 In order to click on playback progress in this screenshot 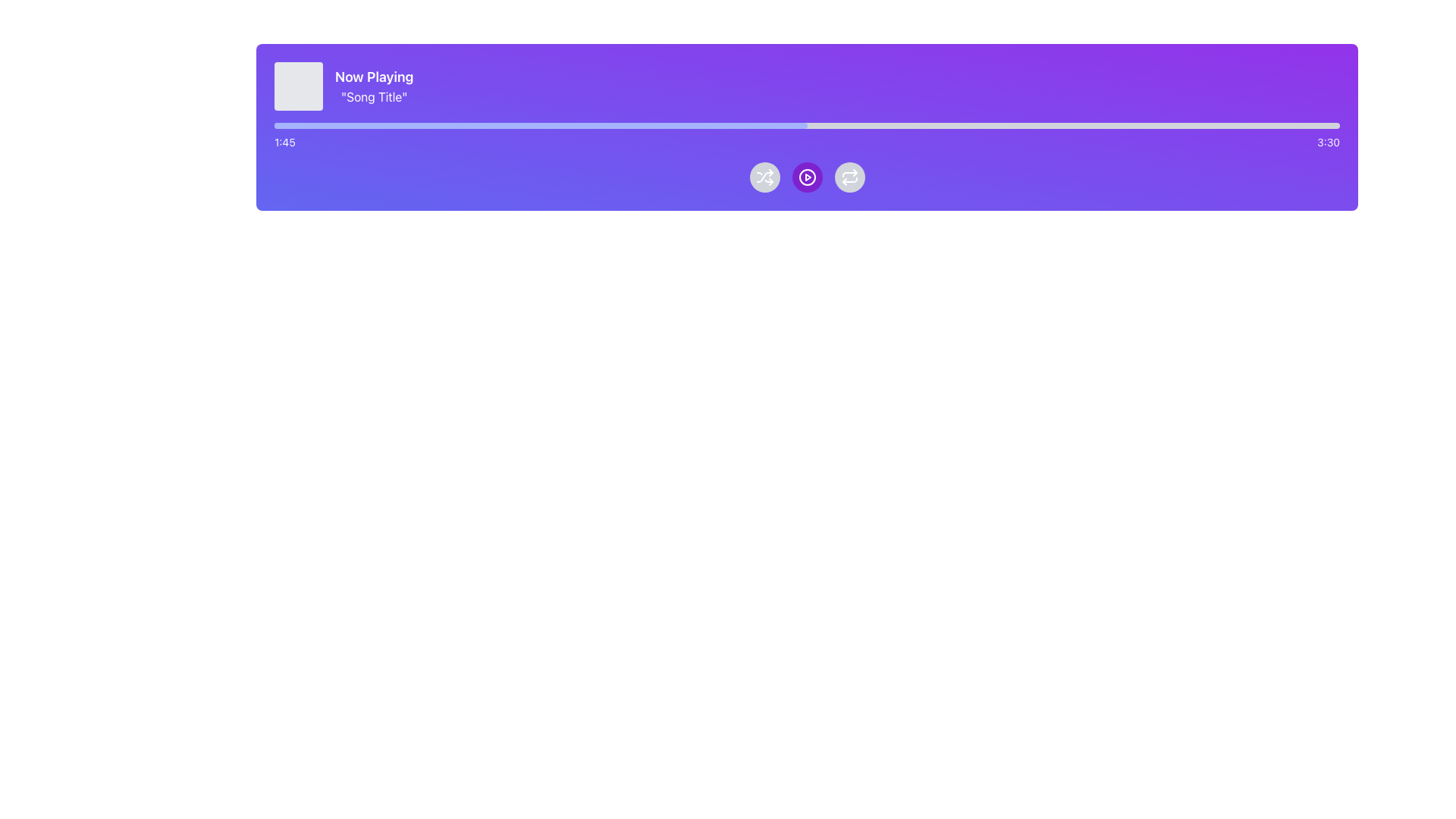, I will do `click(588, 124)`.